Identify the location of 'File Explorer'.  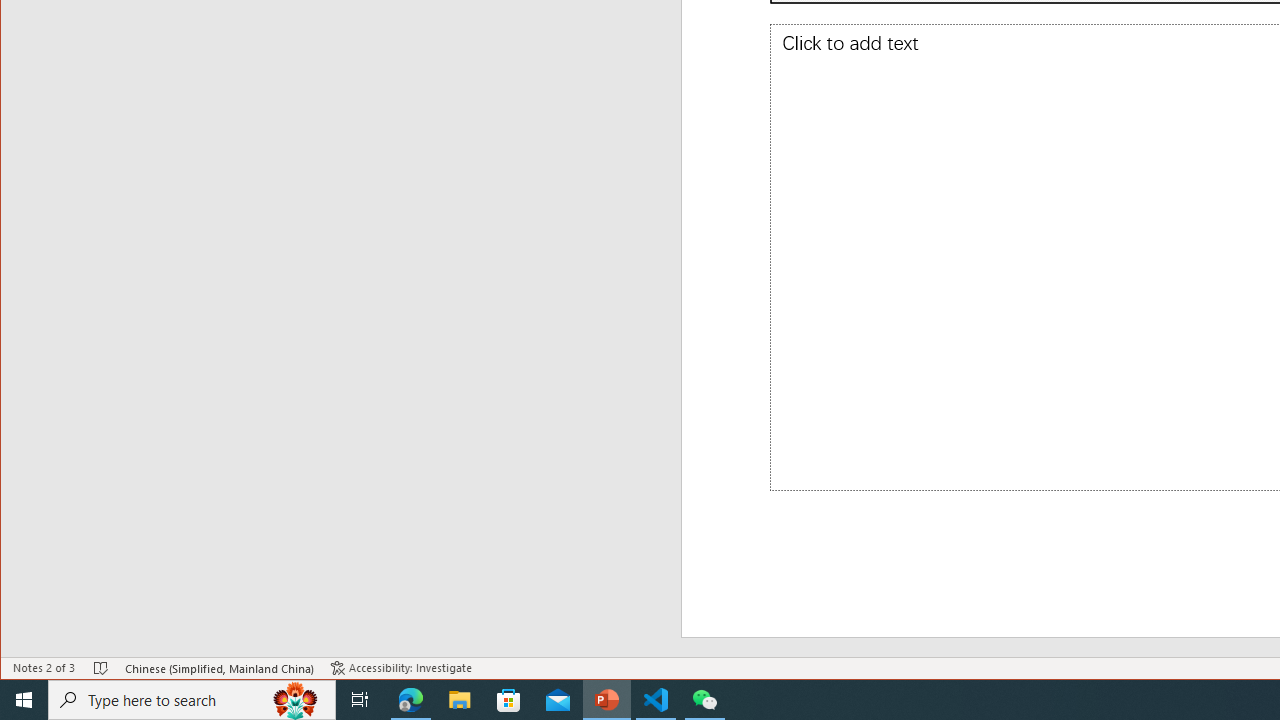
(459, 698).